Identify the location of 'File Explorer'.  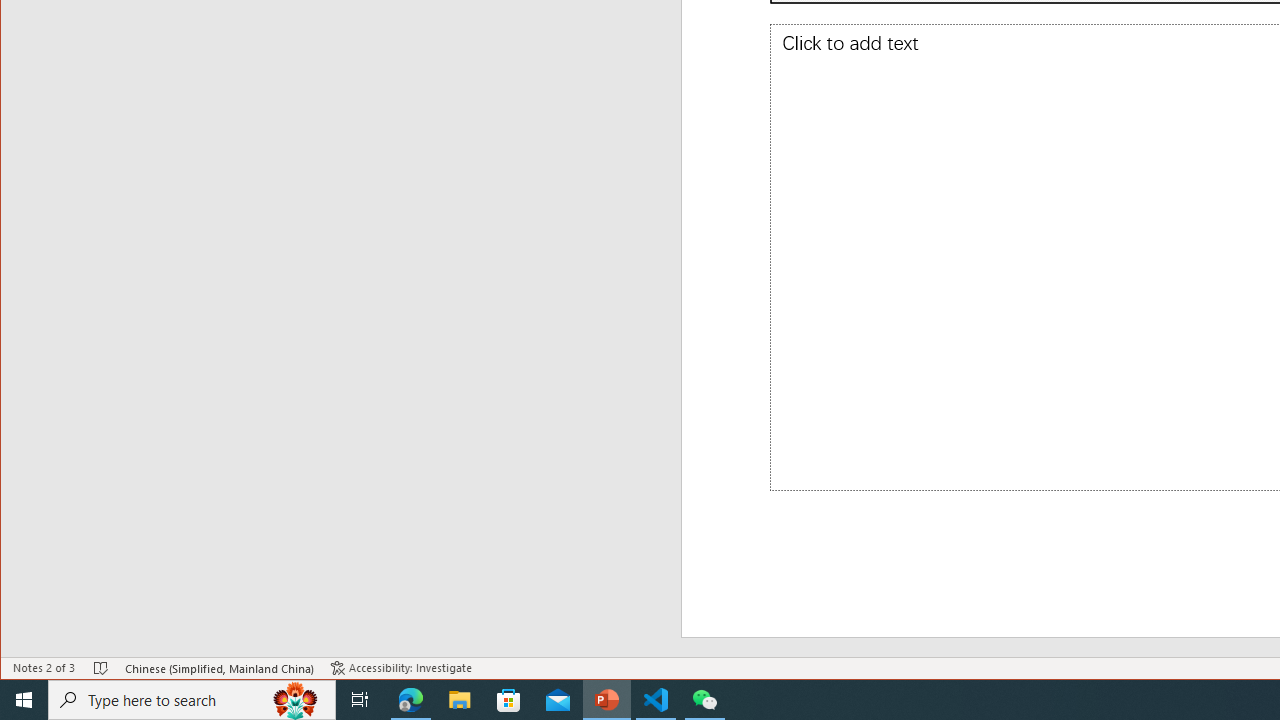
(459, 698).